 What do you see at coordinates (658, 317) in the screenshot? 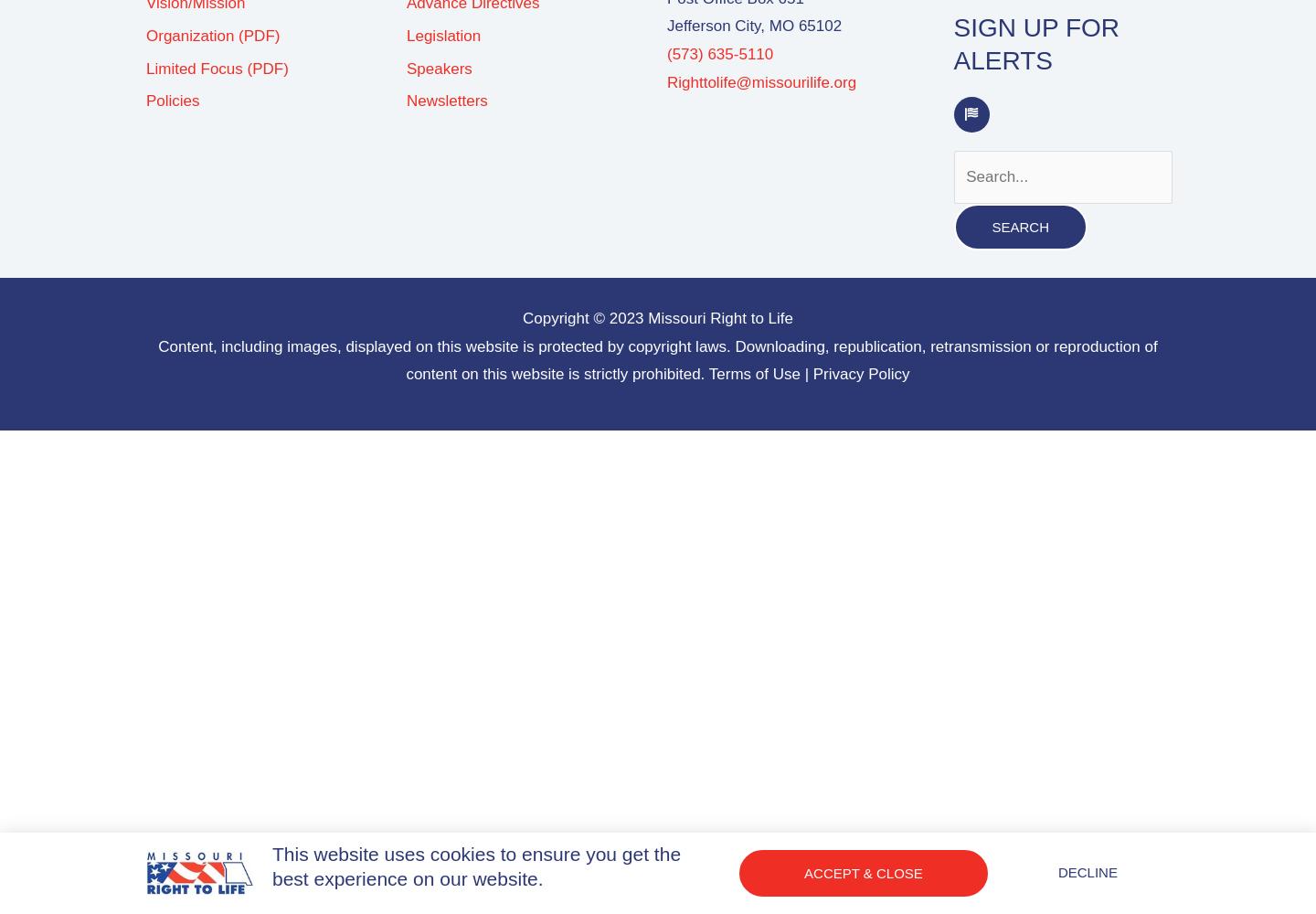
I see `'Copyright © 2023 Missouri Right to Life'` at bounding box center [658, 317].